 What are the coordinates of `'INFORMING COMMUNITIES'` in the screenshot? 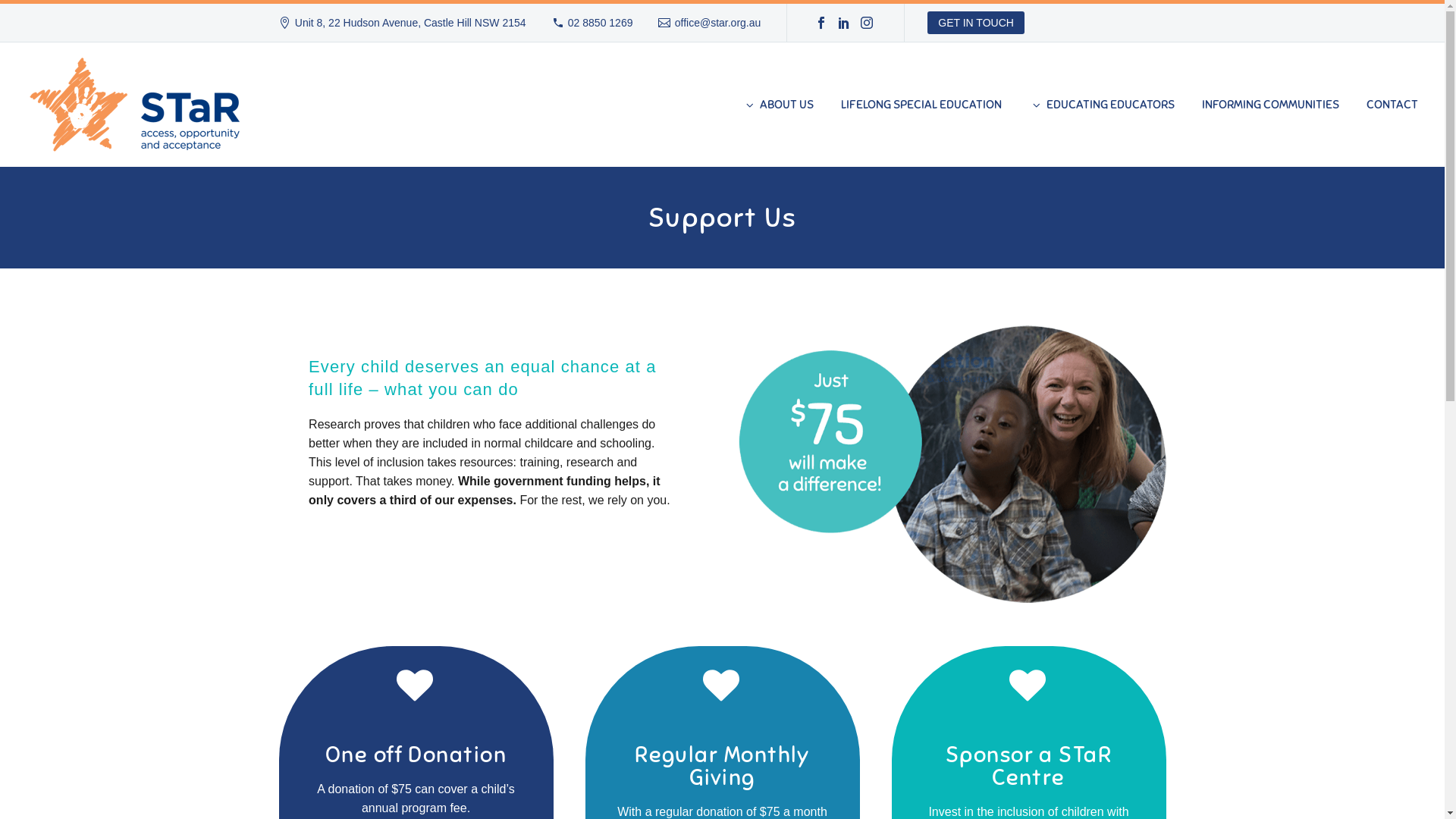 It's located at (1270, 104).